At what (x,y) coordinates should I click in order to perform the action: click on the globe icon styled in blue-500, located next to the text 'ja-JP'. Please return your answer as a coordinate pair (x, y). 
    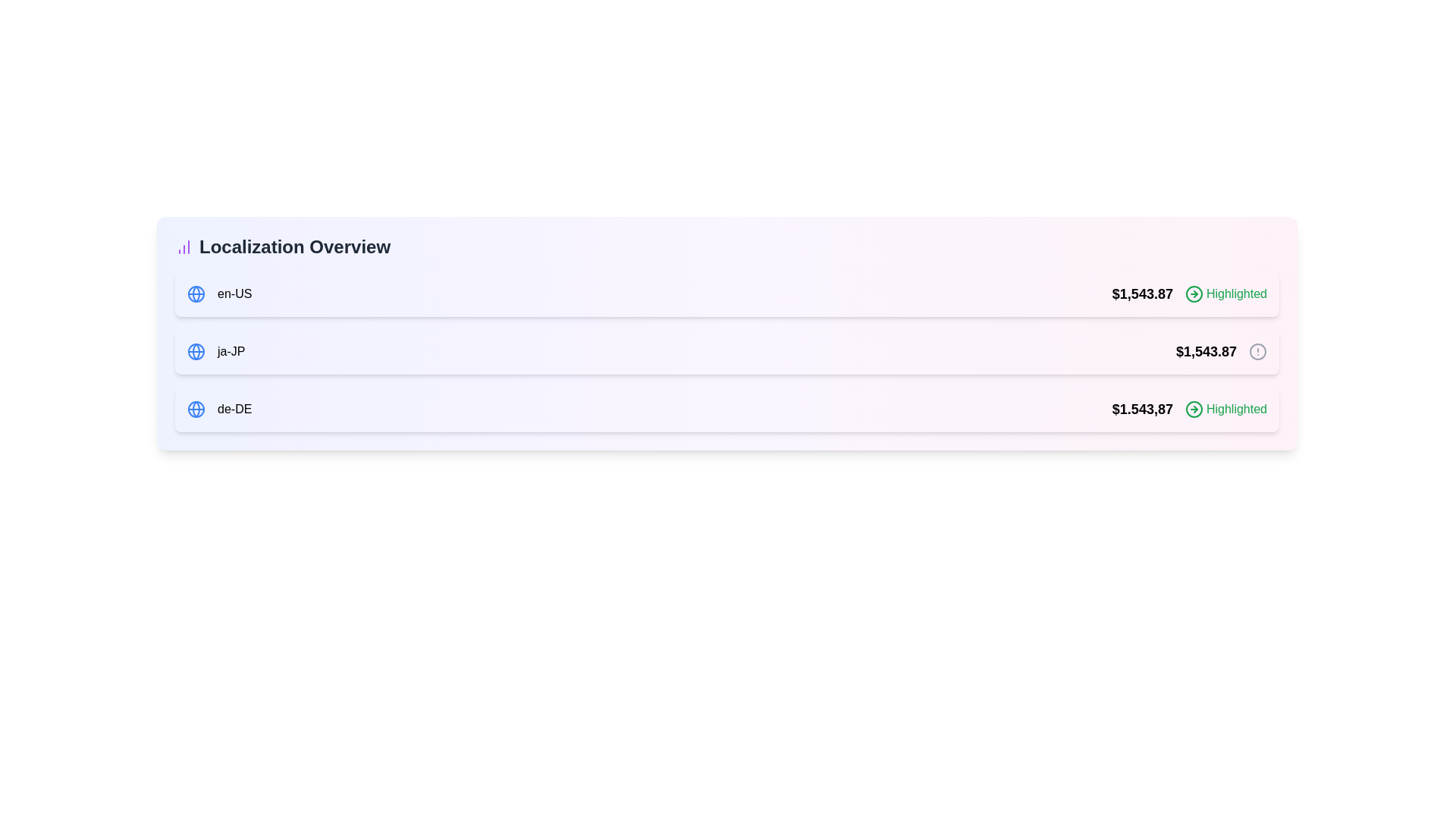
    Looking at the image, I should click on (196, 351).